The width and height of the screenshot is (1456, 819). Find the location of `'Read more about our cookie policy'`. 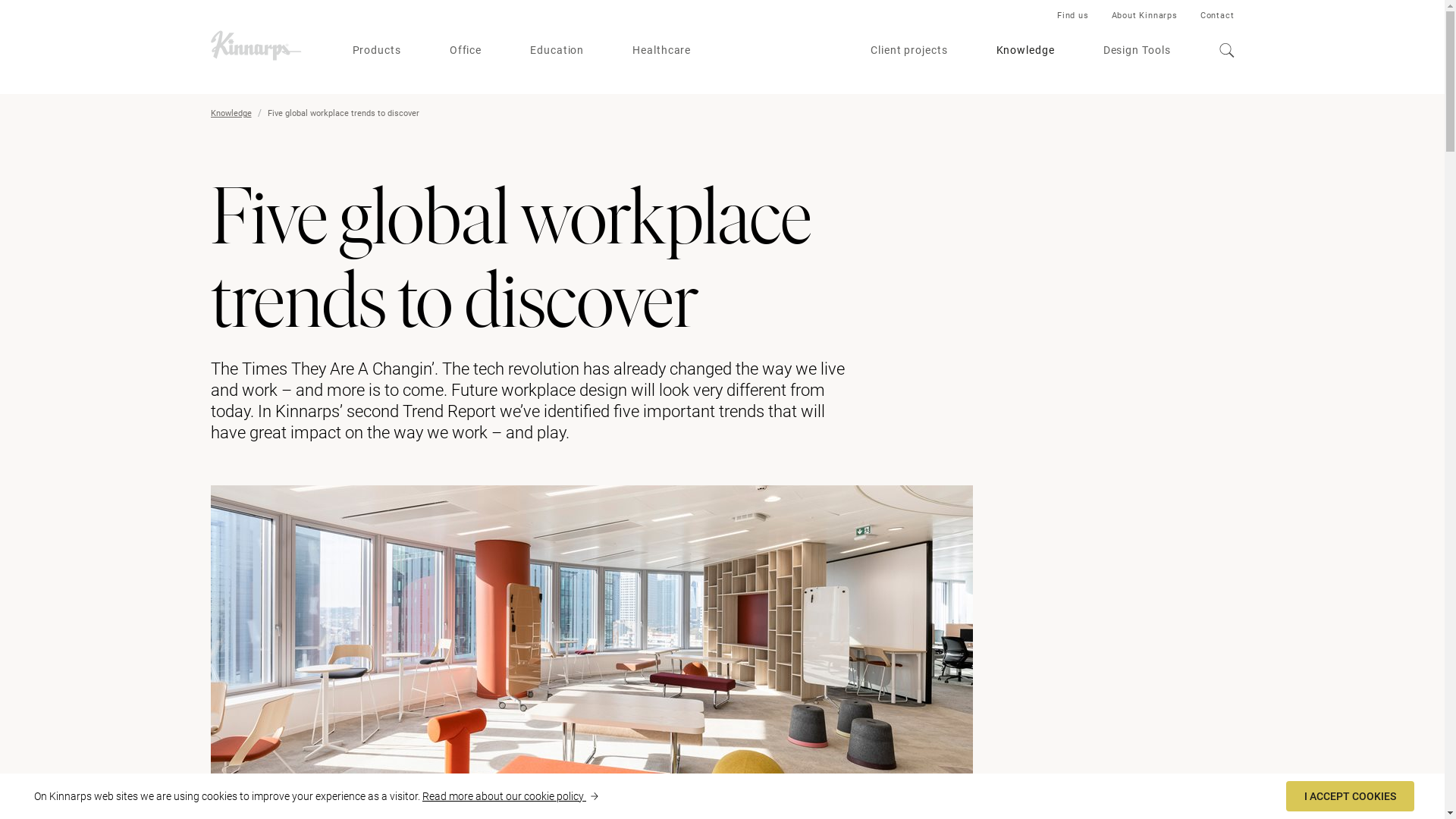

'Read more about our cookie policy' is located at coordinates (510, 795).